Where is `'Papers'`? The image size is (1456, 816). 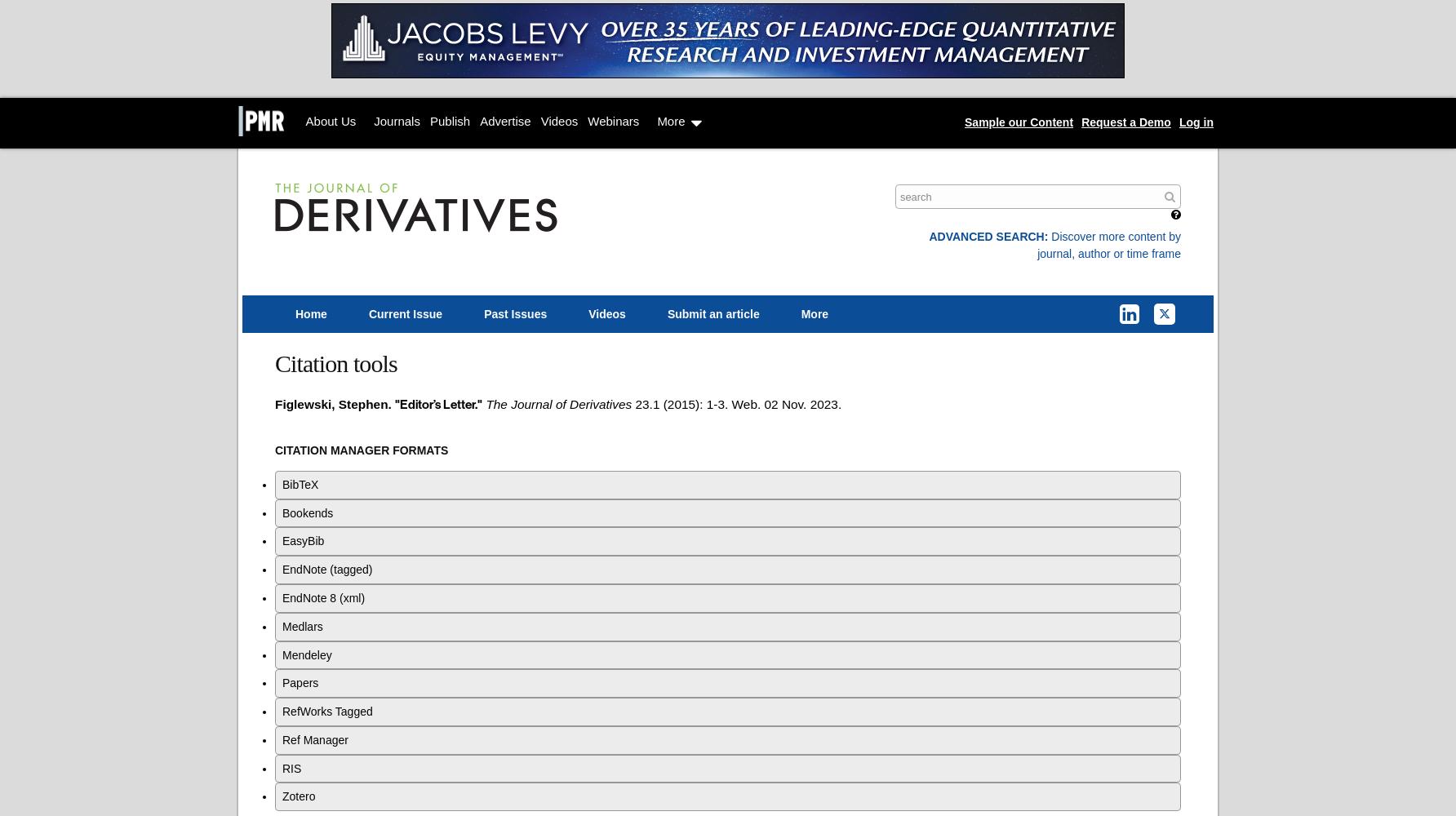 'Papers' is located at coordinates (300, 682).